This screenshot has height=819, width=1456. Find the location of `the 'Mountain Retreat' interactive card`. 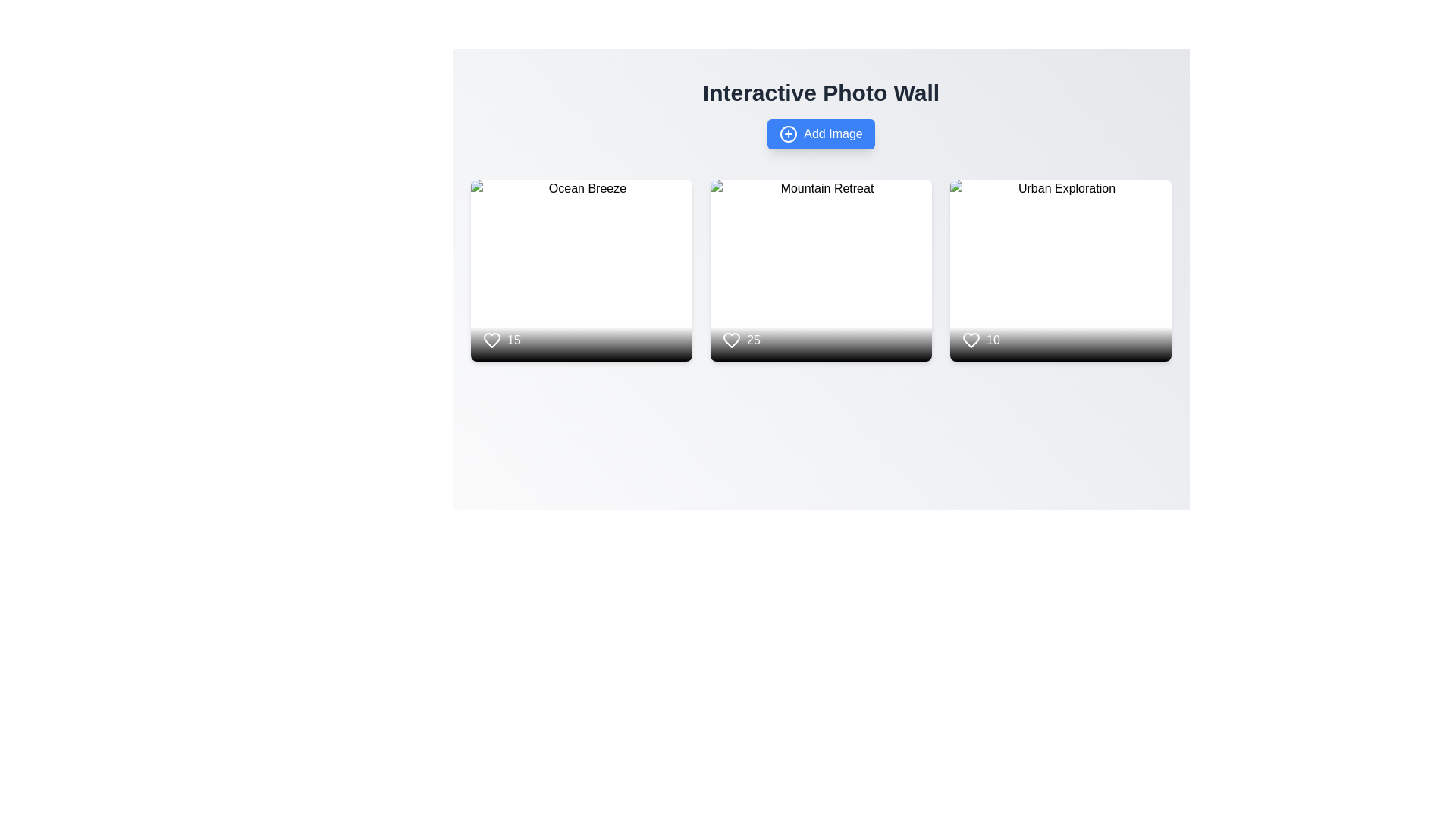

the 'Mountain Retreat' interactive card is located at coordinates (821, 270).